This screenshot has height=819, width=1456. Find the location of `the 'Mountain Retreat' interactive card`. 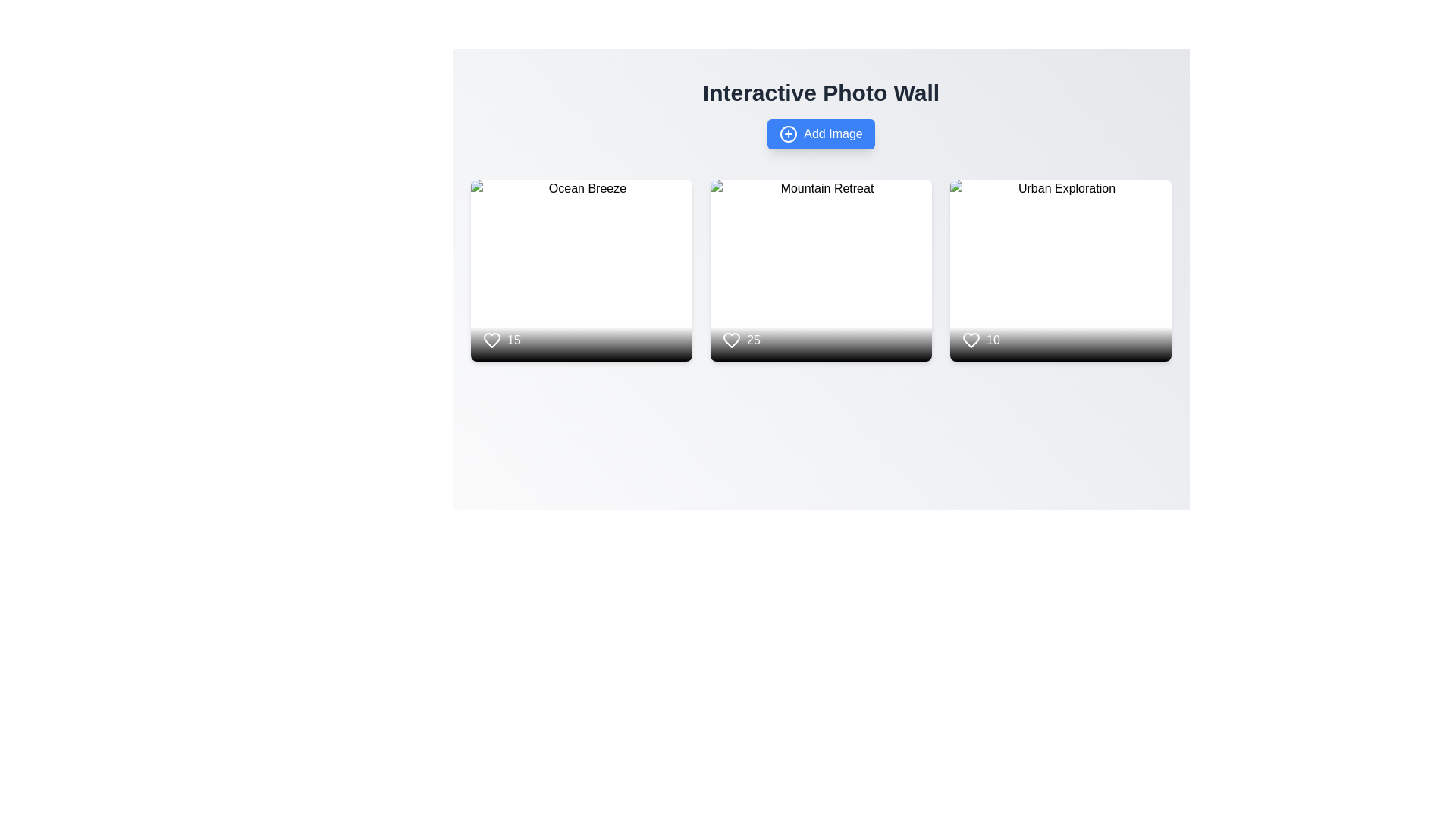

the 'Mountain Retreat' interactive card is located at coordinates (821, 270).